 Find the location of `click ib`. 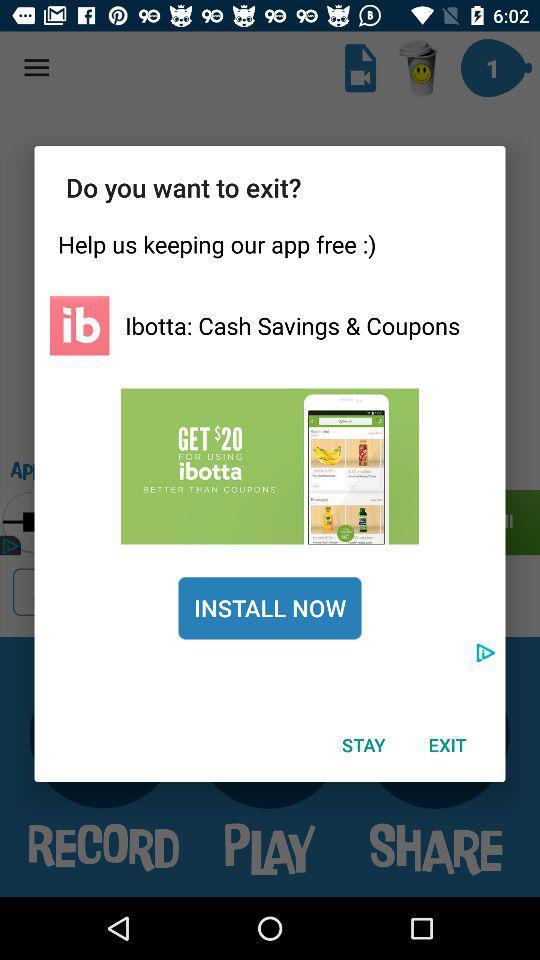

click ib is located at coordinates (78, 325).